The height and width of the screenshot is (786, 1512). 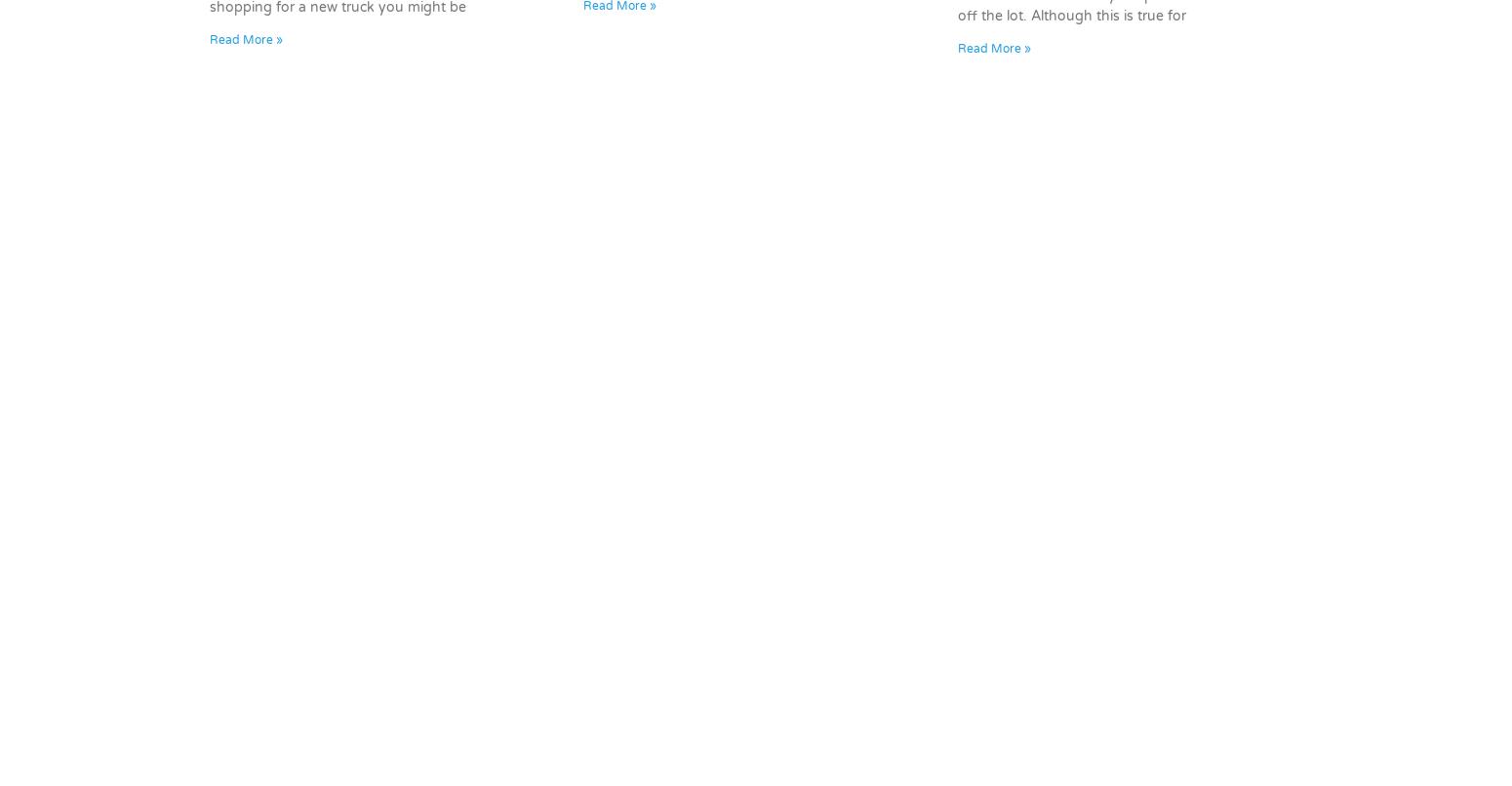 I want to click on 'Hours & Directions', so click(x=1135, y=595).